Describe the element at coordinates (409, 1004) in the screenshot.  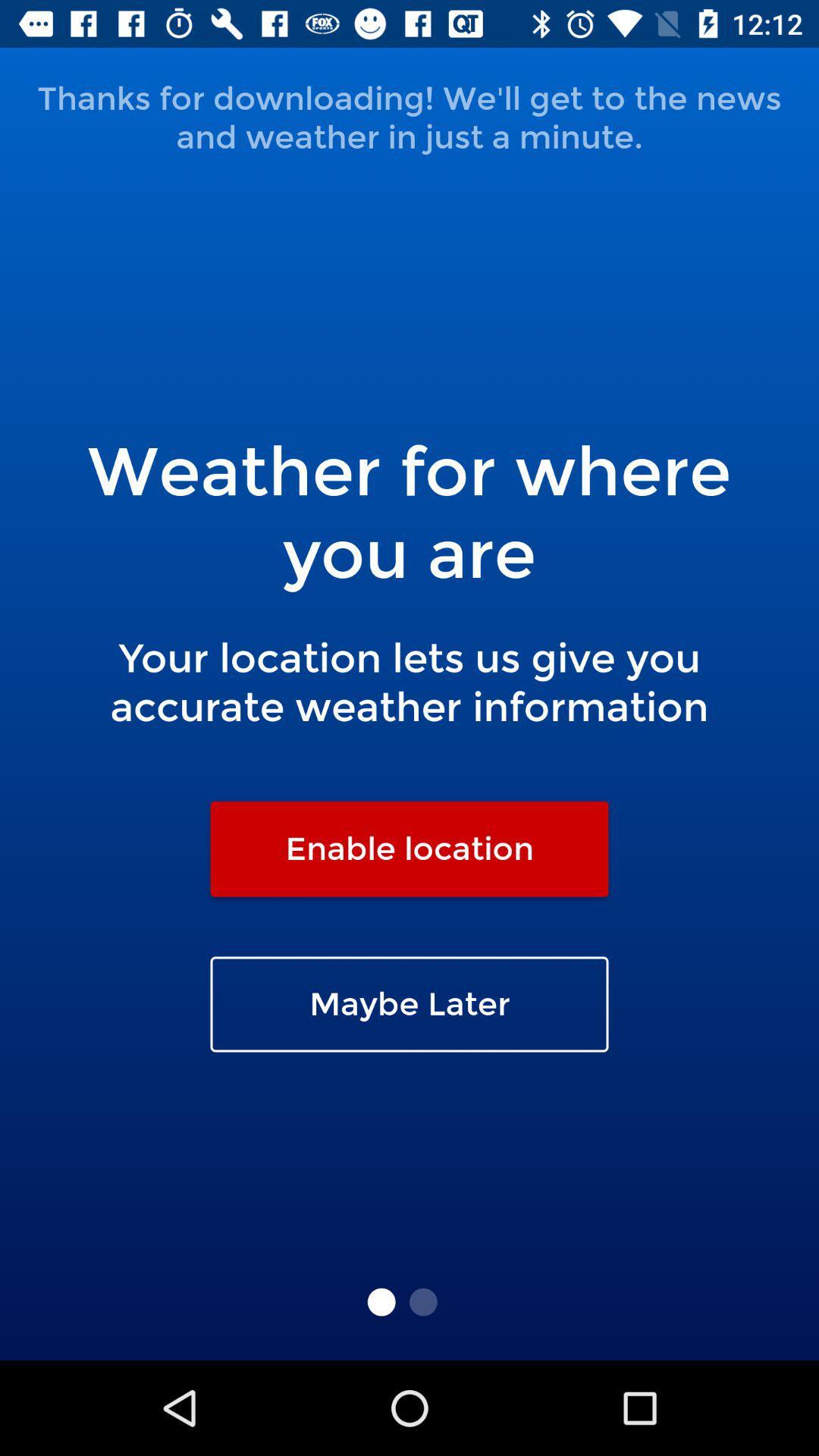
I see `the maybe later` at that location.